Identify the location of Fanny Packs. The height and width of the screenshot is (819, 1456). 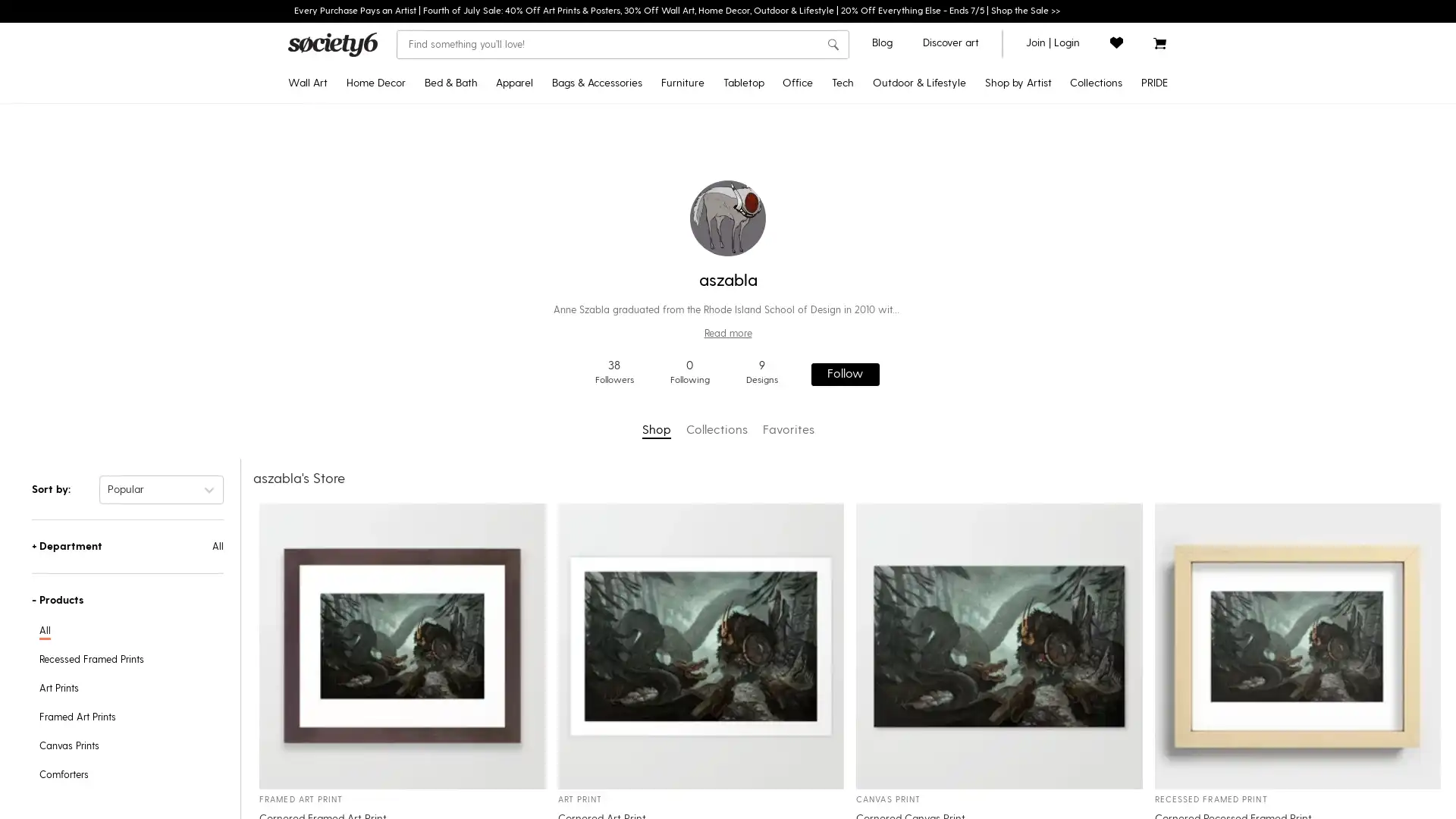
(607, 243).